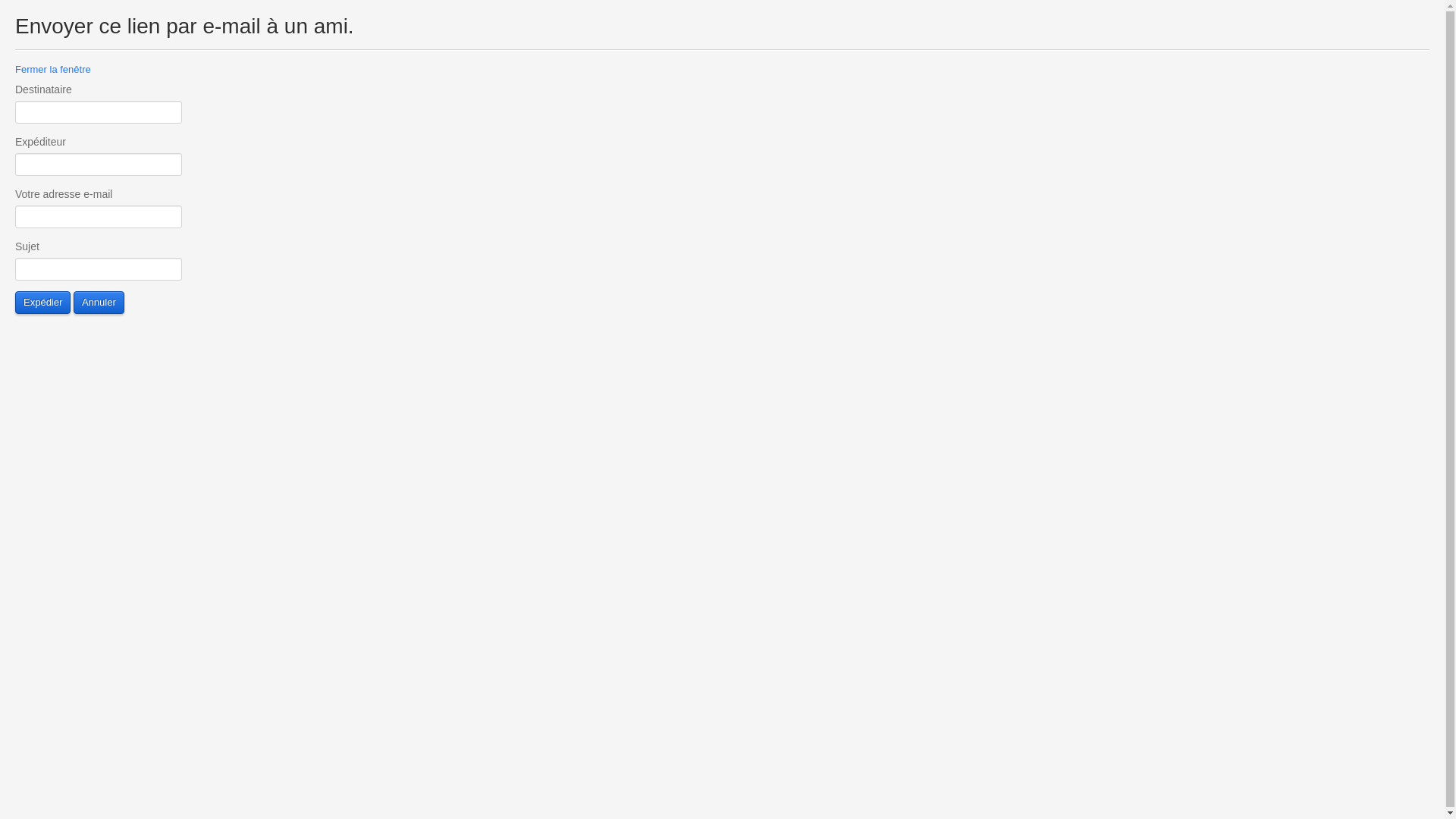 The width and height of the screenshot is (1456, 819). What do you see at coordinates (98, 302) in the screenshot?
I see `'Annuler'` at bounding box center [98, 302].